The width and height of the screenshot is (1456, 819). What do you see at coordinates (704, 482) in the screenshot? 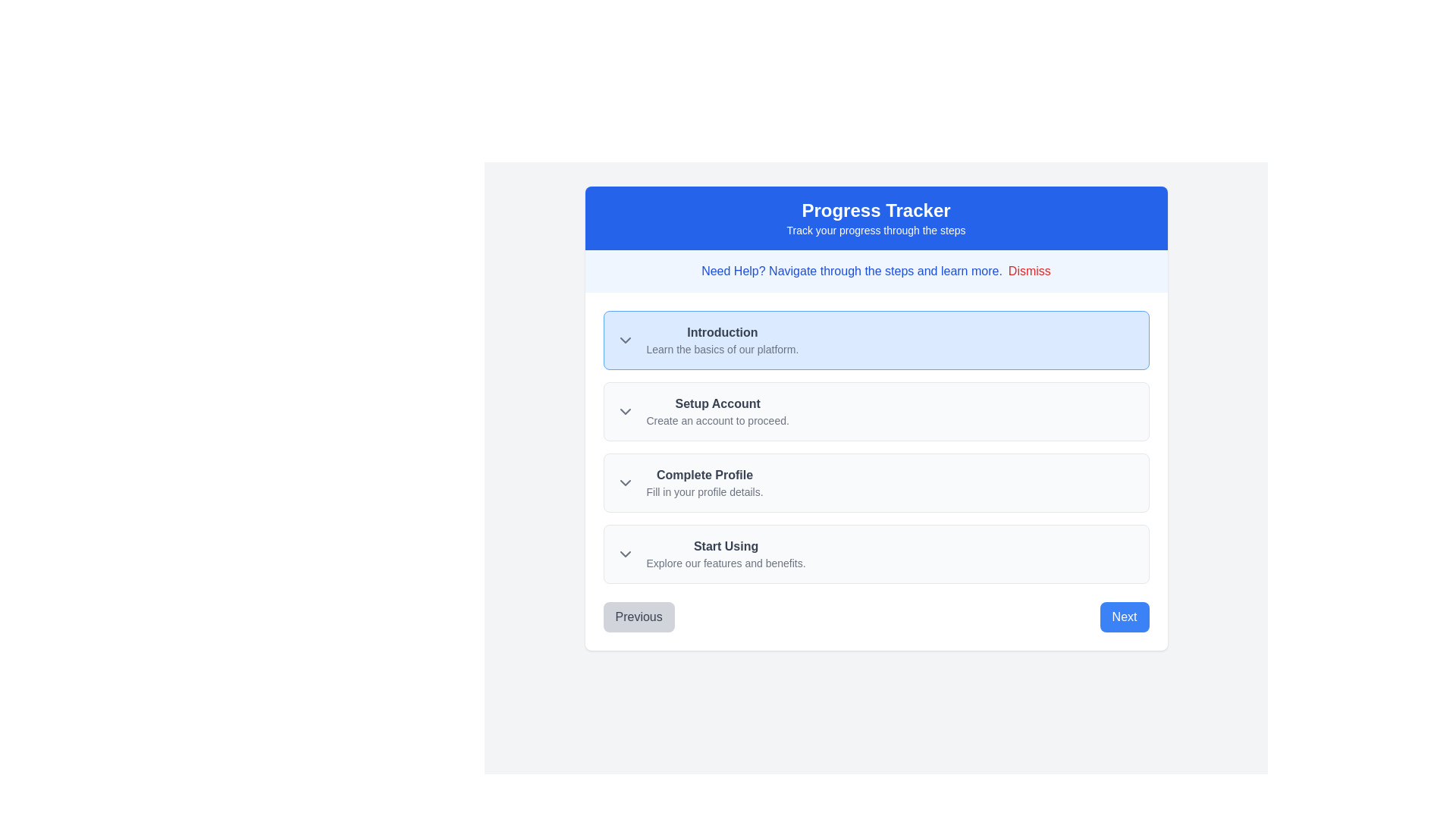
I see `the Text Display (Informative Label) that states 'Complete Profile' in bold dark gray and 'Fill in your profile details.' in a smaller light gray font, positioned in the Progress Tracker interface between 'Setup Account' and 'Start Using'` at bounding box center [704, 482].